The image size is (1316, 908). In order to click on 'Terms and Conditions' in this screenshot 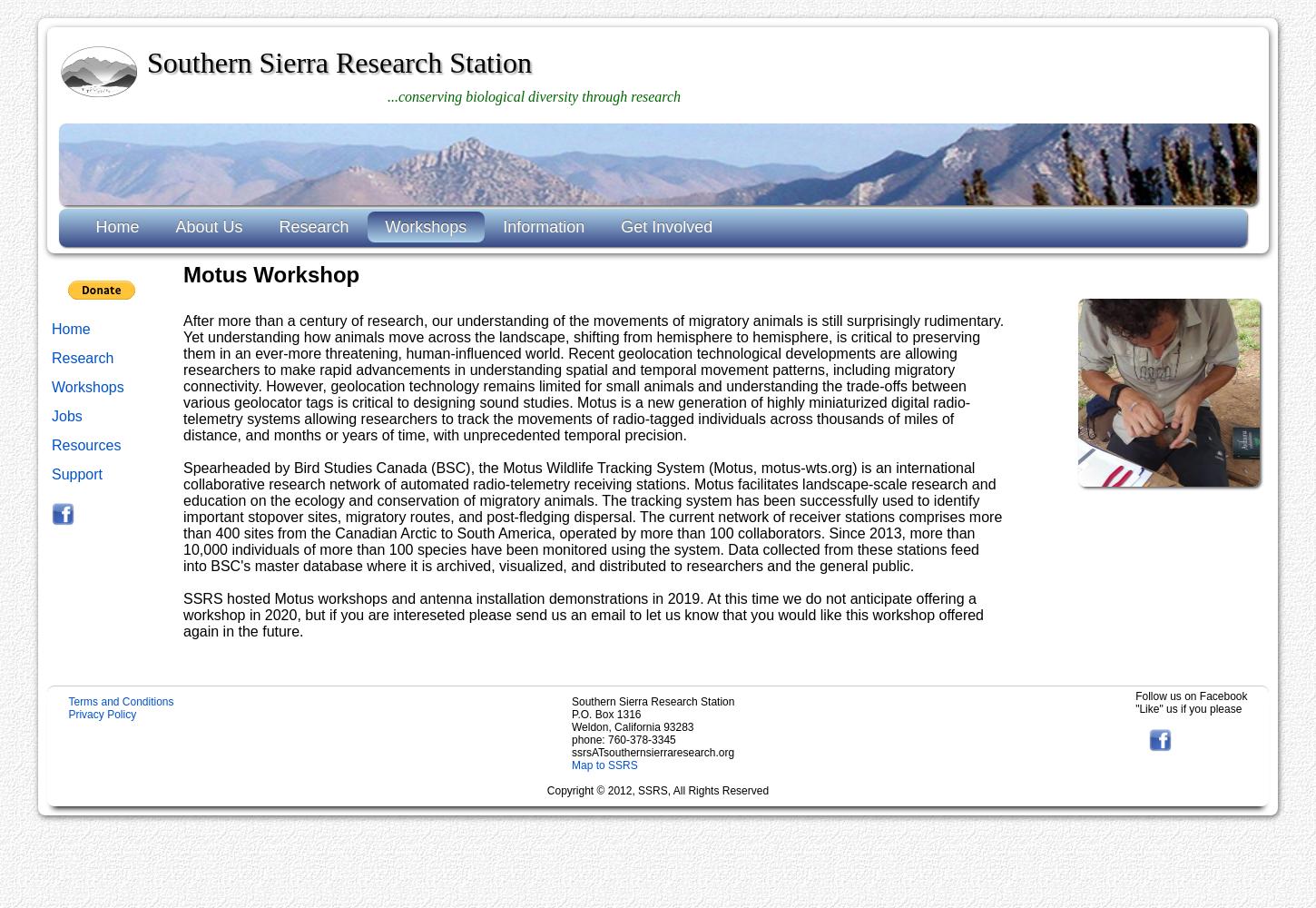, I will do `click(119, 701)`.